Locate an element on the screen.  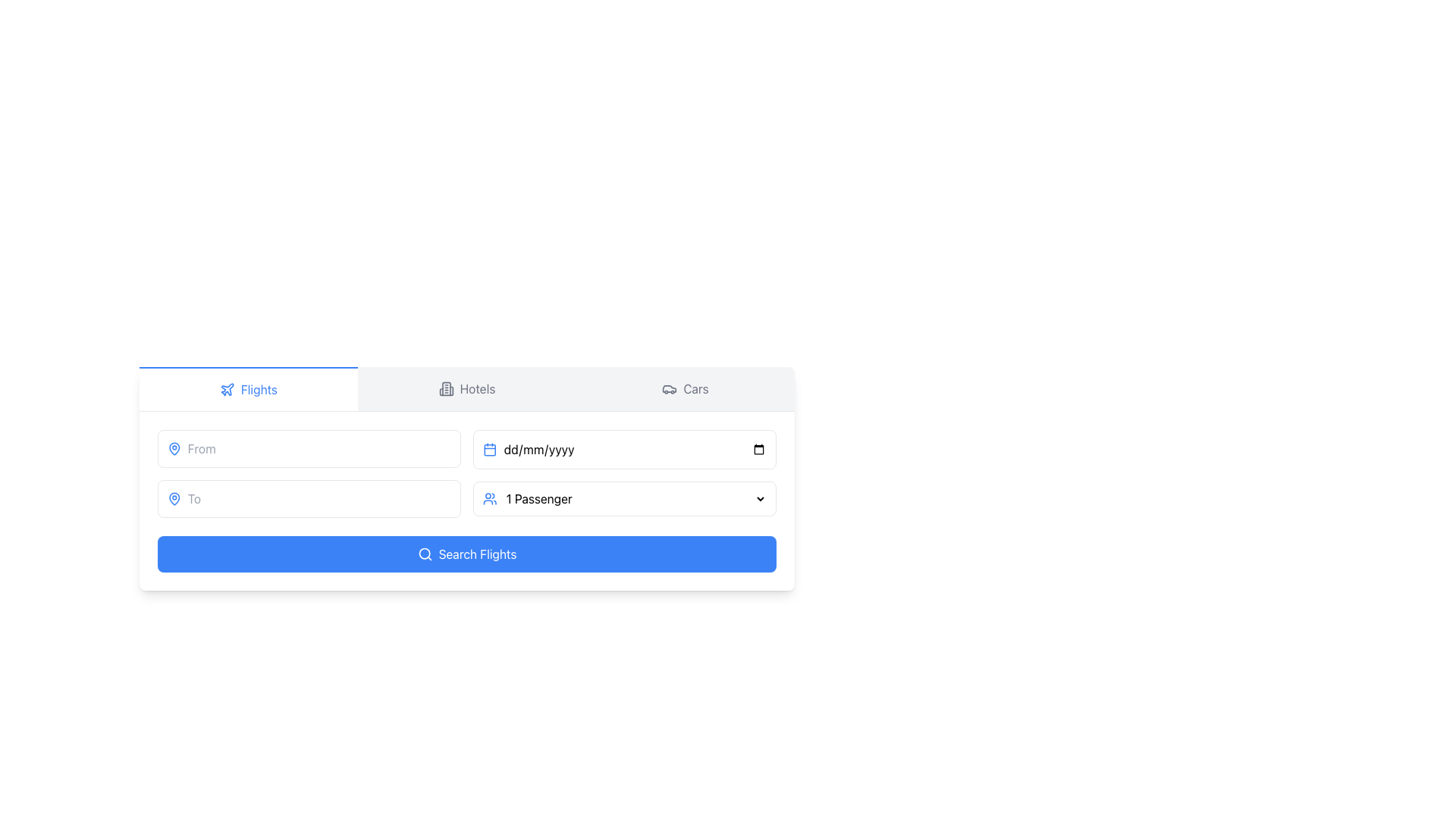
the travel date using the date picker in the flight search widget, which is centrally located below the navigation tabs for 'Flights', 'Hotels', and 'Cars' is located at coordinates (466, 479).